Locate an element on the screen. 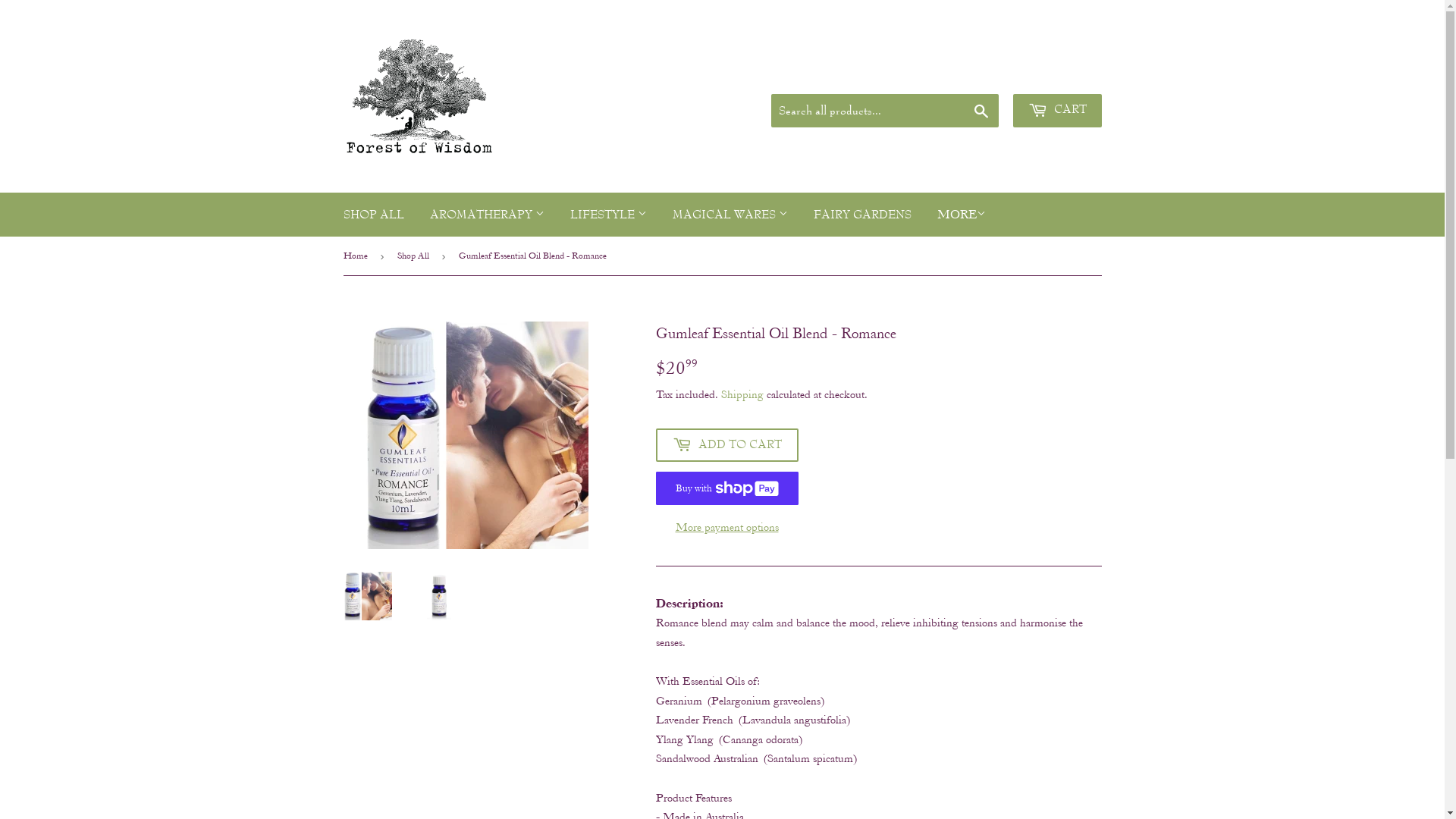 This screenshot has width=1456, height=819. 'AROMATHERAPY' is located at coordinates (487, 215).